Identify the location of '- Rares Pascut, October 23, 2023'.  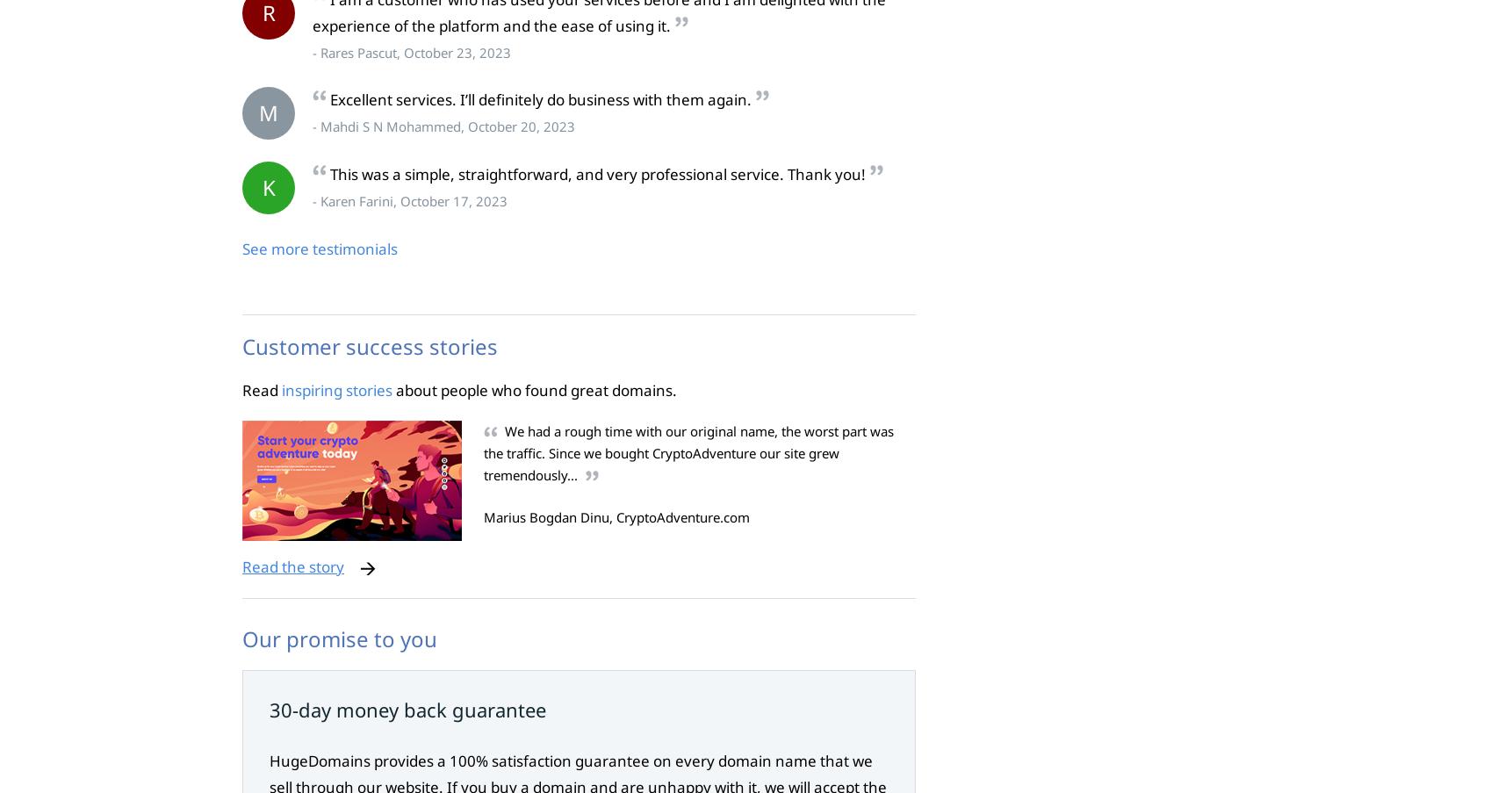
(411, 50).